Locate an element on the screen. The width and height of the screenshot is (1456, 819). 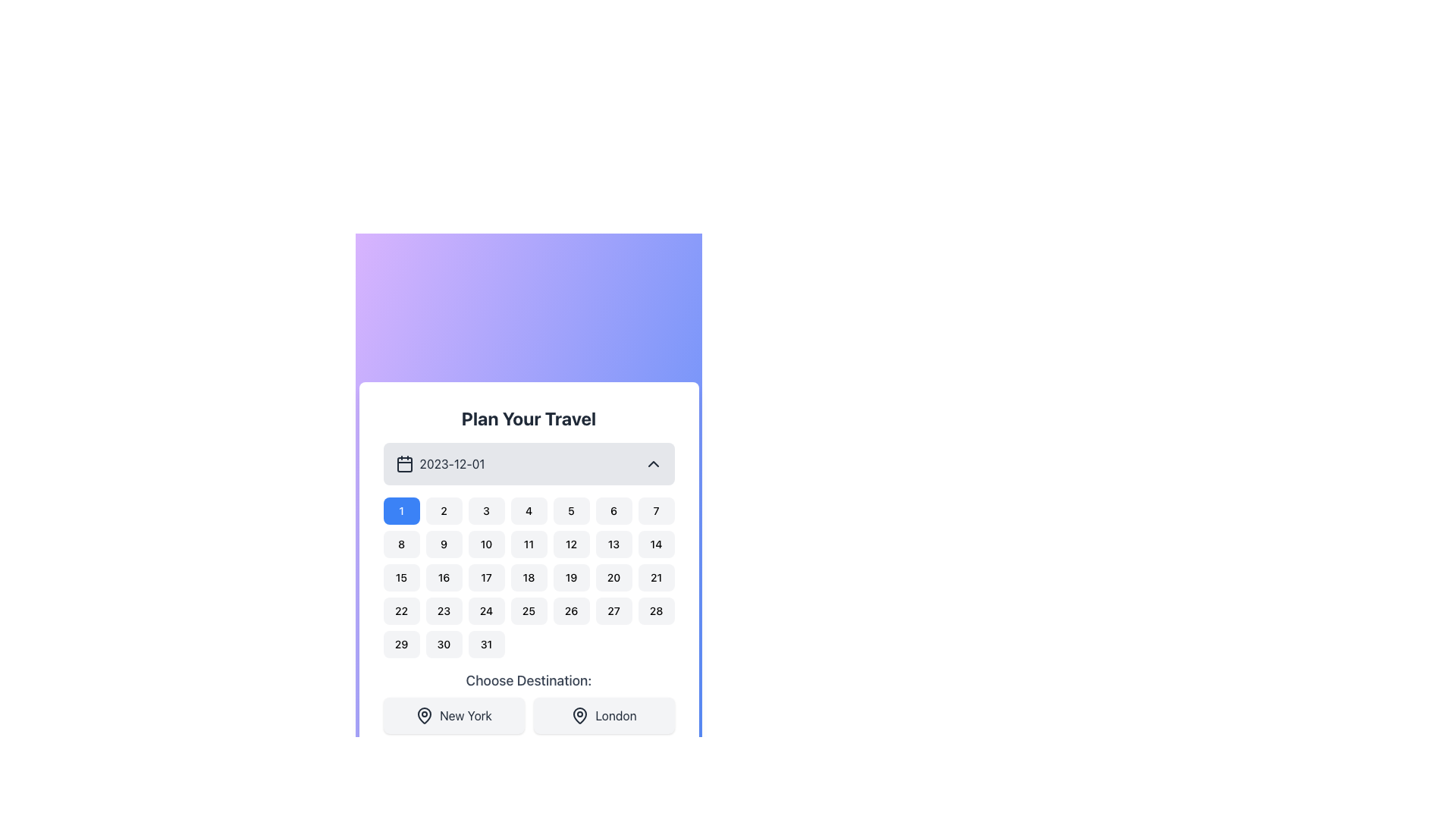
the button representing the 15th day of the month in the calendar interface is located at coordinates (401, 578).